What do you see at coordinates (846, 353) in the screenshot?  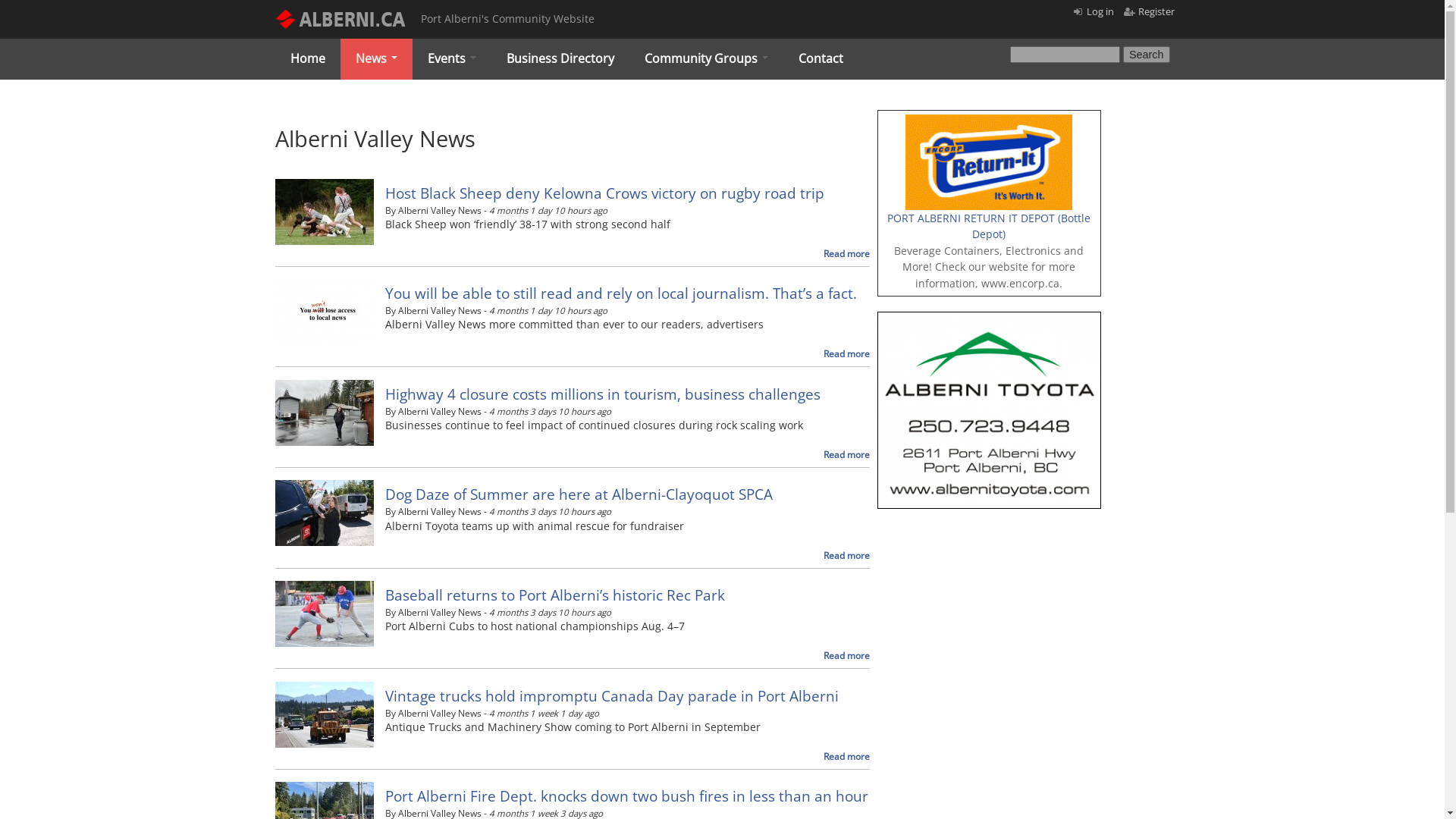 I see `'Read more'` at bounding box center [846, 353].